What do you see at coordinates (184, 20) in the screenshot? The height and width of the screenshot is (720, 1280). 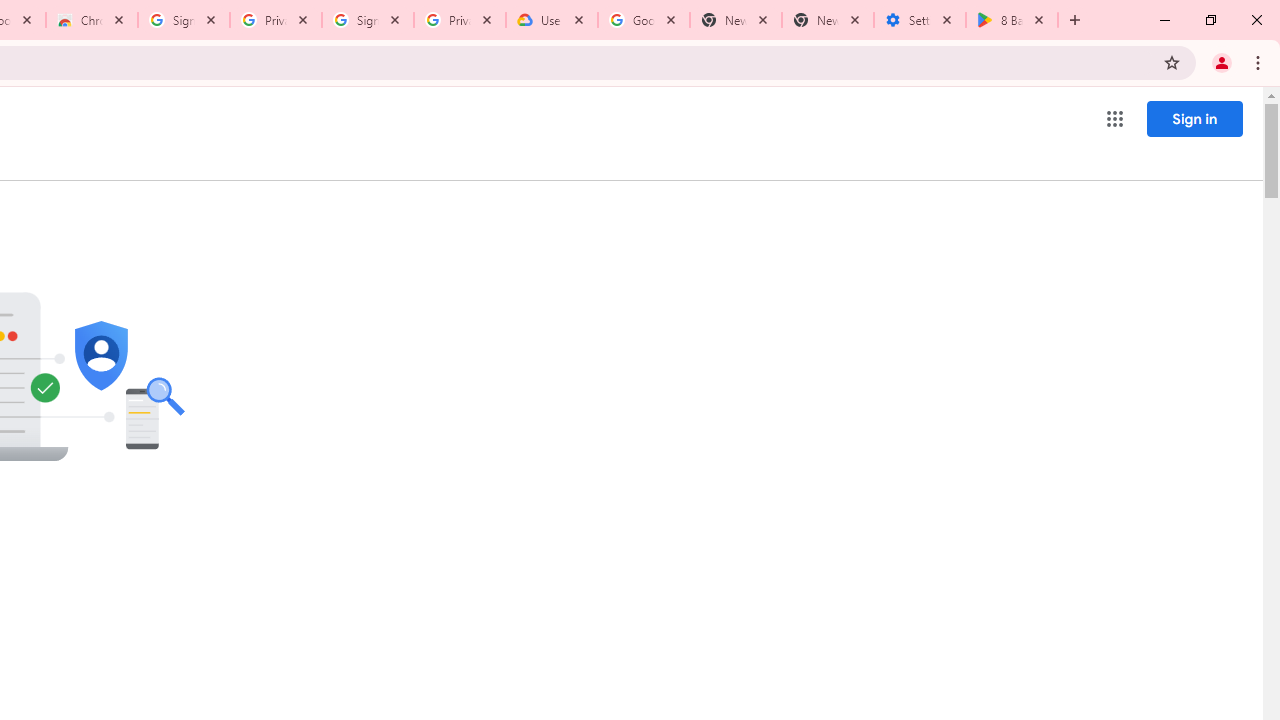 I see `'Sign in - Google Accounts'` at bounding box center [184, 20].